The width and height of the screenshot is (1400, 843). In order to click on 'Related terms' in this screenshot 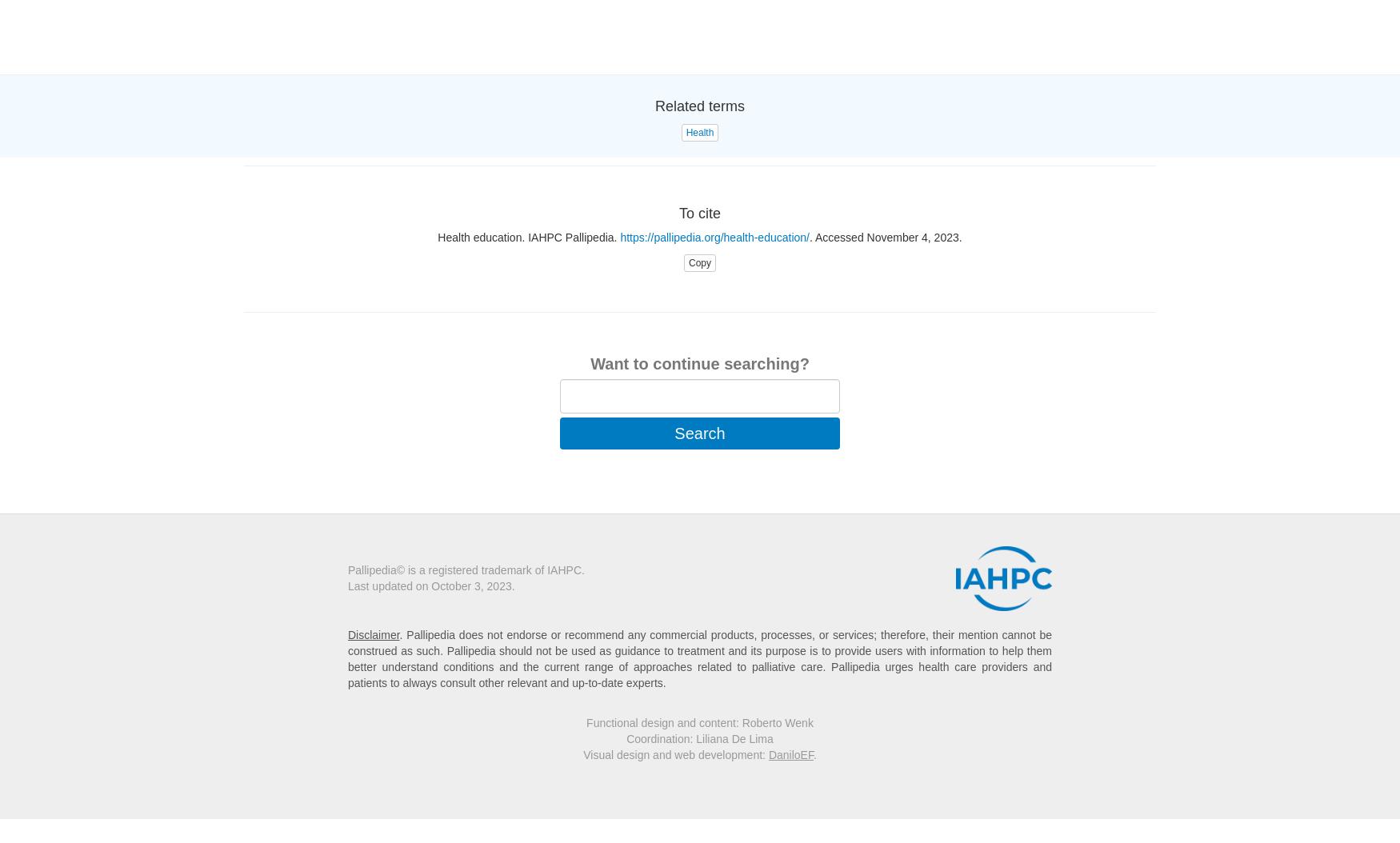, I will do `click(699, 106)`.